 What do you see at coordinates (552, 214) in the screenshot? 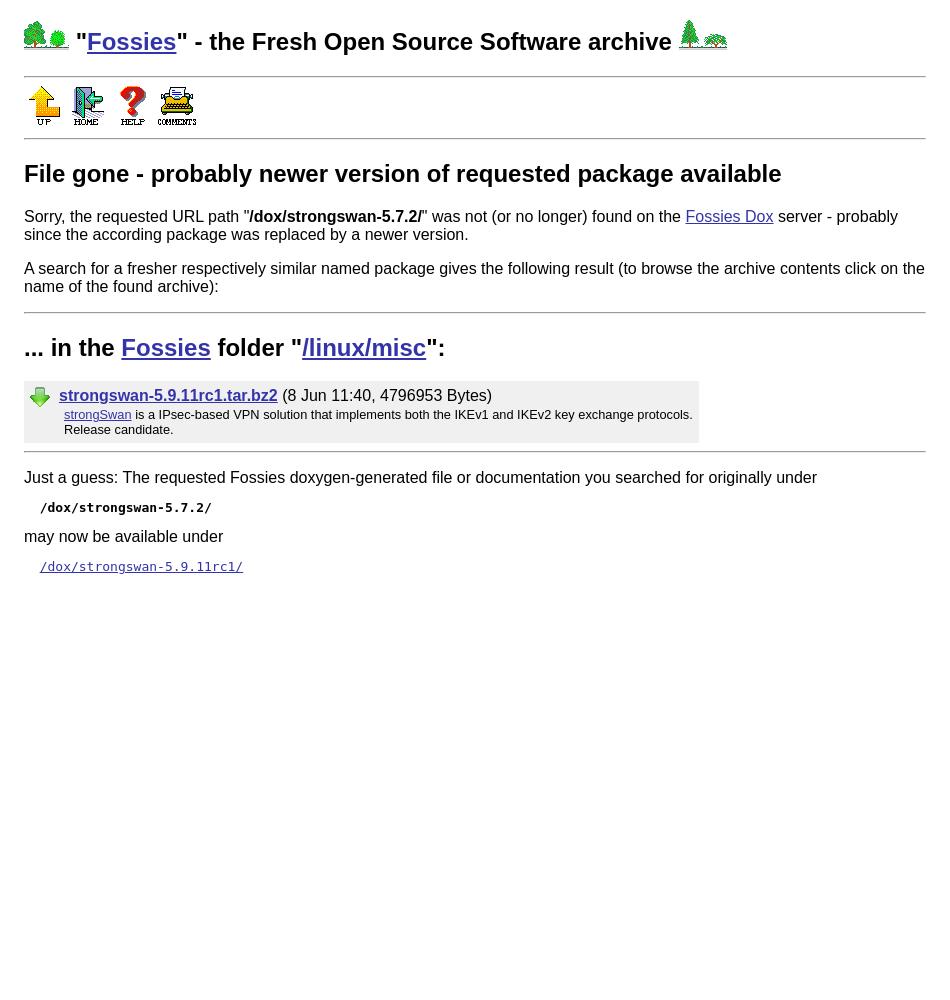
I see `'"
was not (or no longer) found on the'` at bounding box center [552, 214].